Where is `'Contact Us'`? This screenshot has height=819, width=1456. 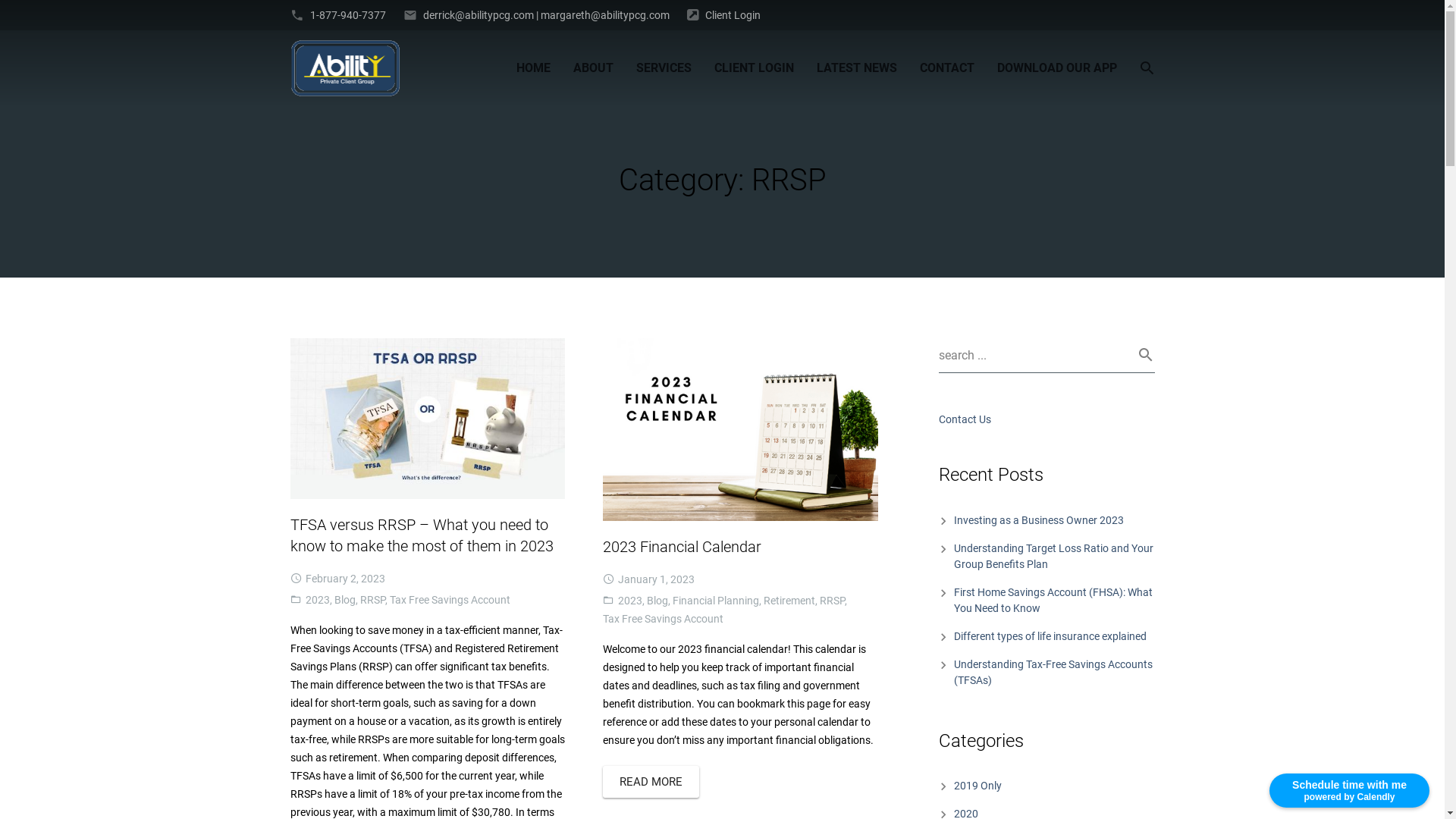
'Contact Us' is located at coordinates (938, 419).